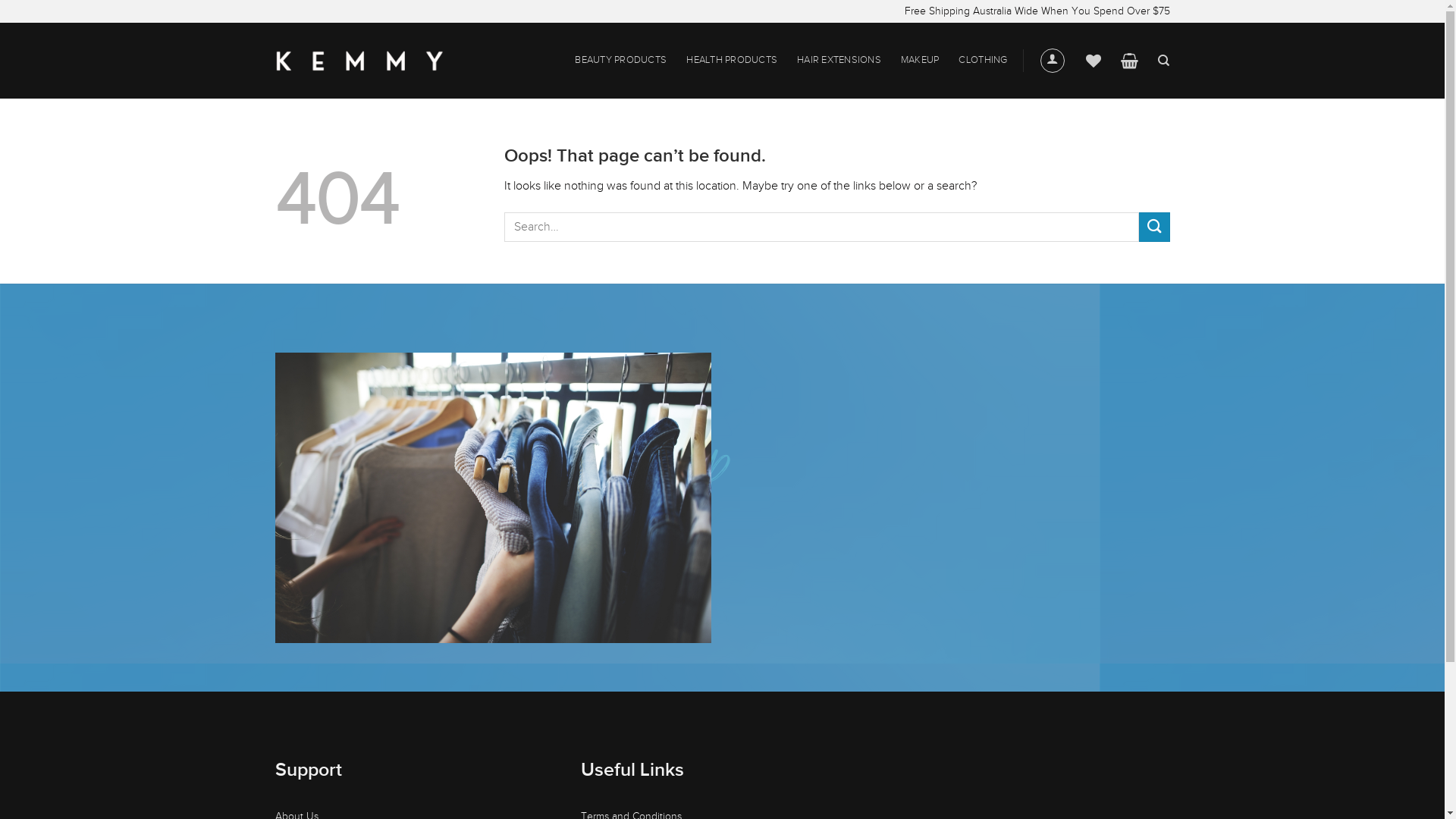 The width and height of the screenshot is (1456, 819). What do you see at coordinates (838, 60) in the screenshot?
I see `'HAIR EXTENSIONS'` at bounding box center [838, 60].